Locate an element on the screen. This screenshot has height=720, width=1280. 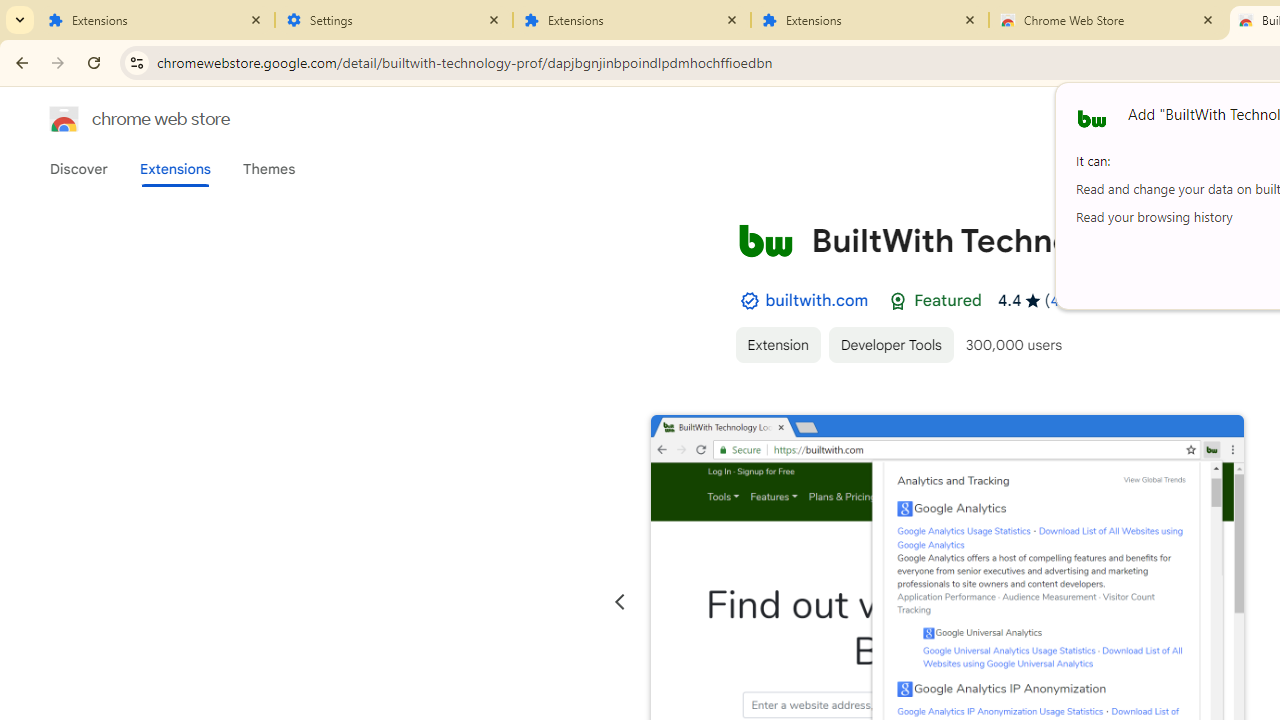
'Previous slide' is located at coordinates (618, 601).